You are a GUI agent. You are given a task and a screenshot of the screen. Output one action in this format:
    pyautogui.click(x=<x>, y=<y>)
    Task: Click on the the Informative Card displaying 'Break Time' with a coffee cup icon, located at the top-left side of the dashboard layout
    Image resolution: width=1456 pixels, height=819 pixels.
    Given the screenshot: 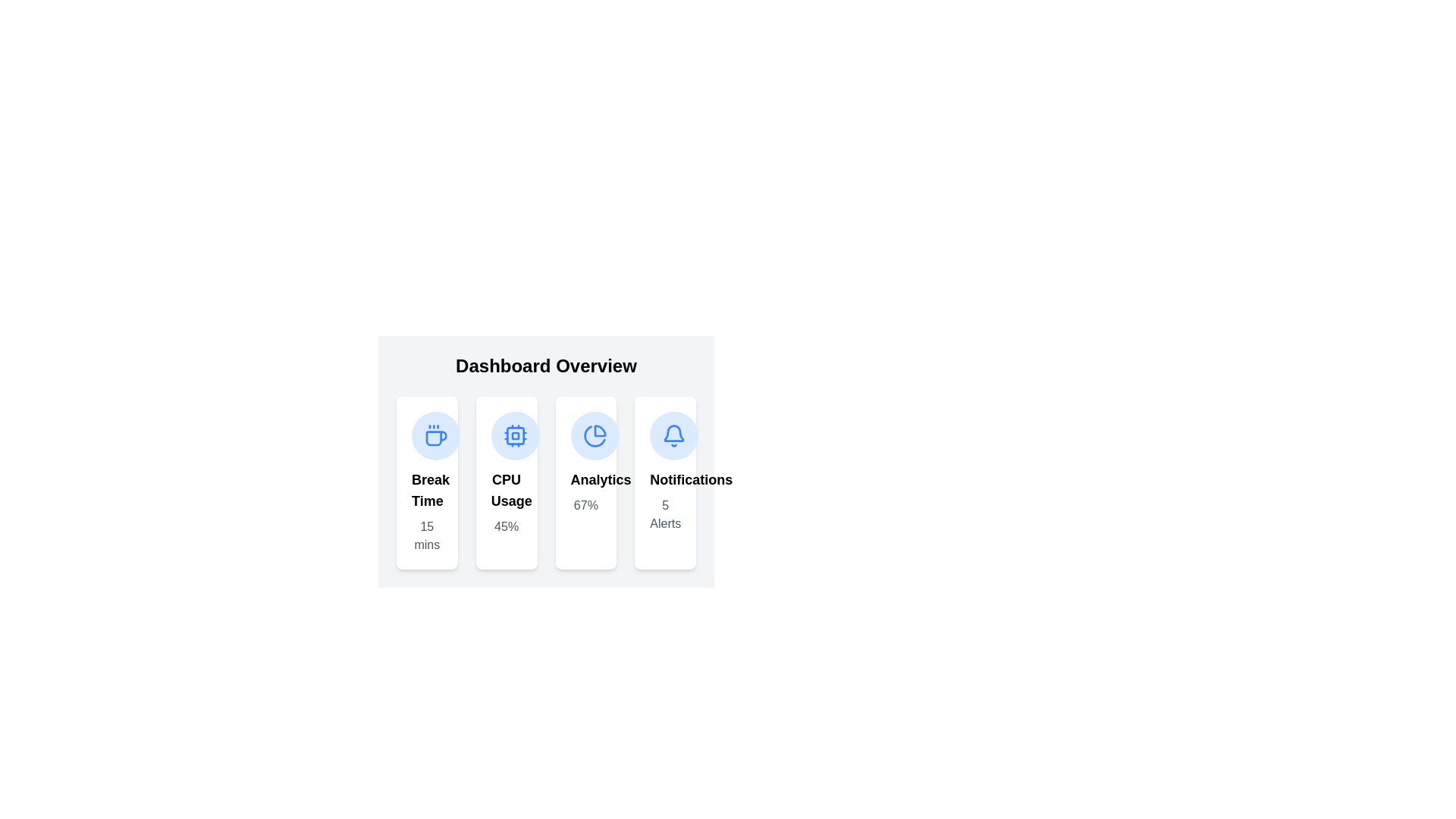 What is the action you would take?
    pyautogui.click(x=426, y=482)
    